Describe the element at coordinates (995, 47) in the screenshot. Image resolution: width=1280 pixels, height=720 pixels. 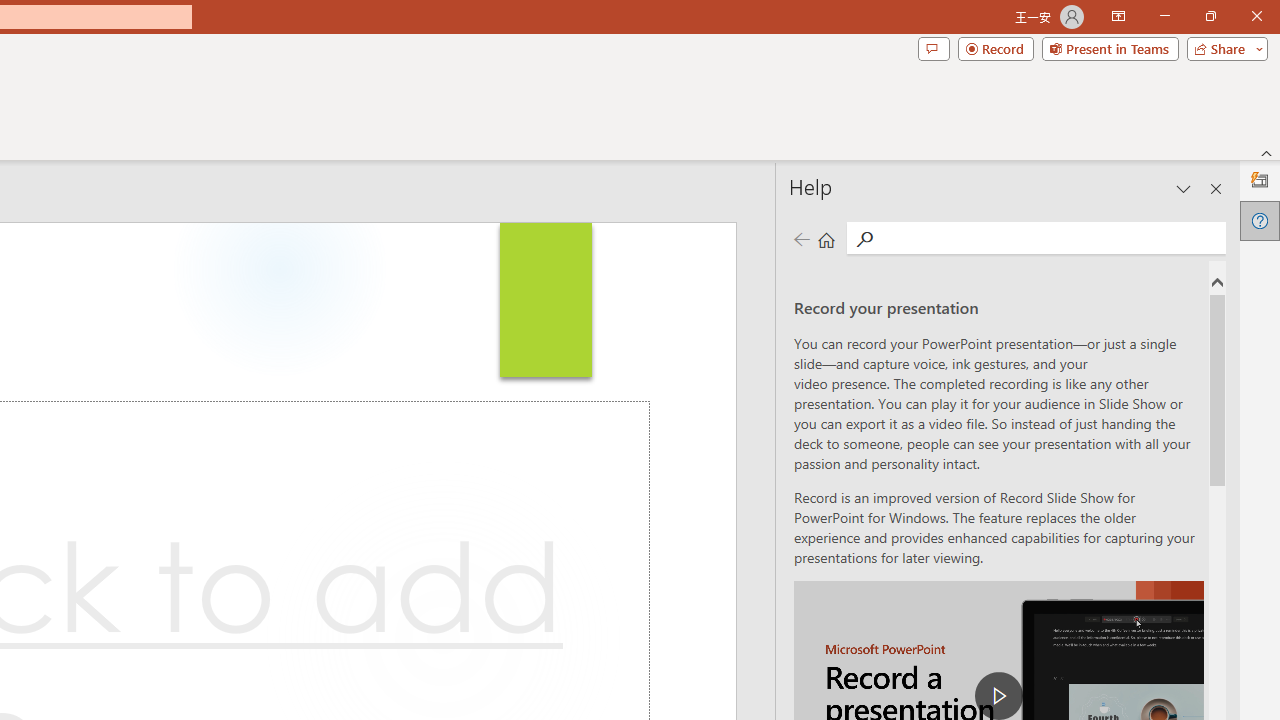
I see `'Record'` at that location.